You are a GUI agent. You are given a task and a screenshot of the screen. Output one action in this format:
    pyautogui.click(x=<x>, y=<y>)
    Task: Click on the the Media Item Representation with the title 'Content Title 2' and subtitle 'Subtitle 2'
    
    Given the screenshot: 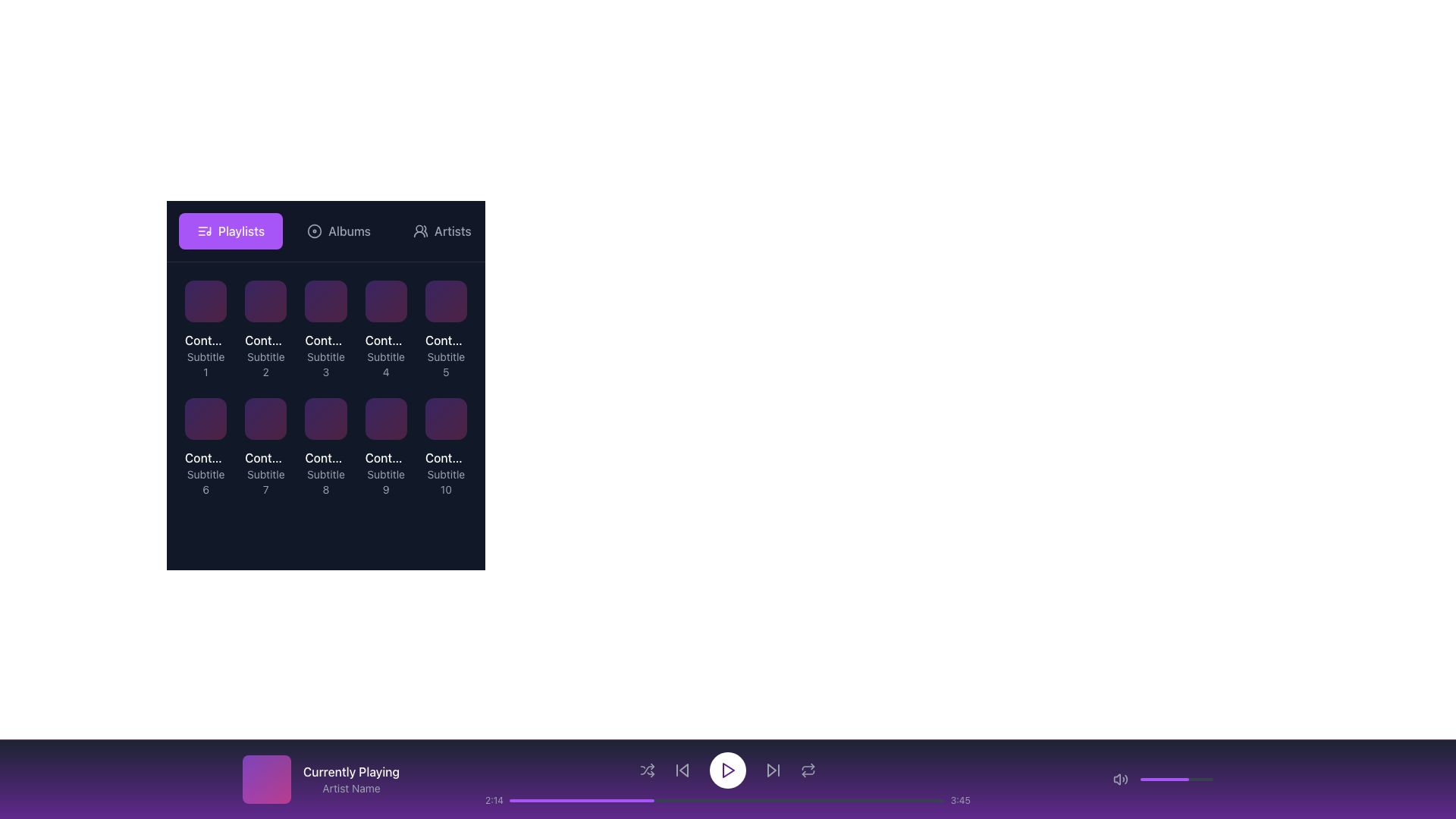 What is the action you would take?
    pyautogui.click(x=265, y=329)
    